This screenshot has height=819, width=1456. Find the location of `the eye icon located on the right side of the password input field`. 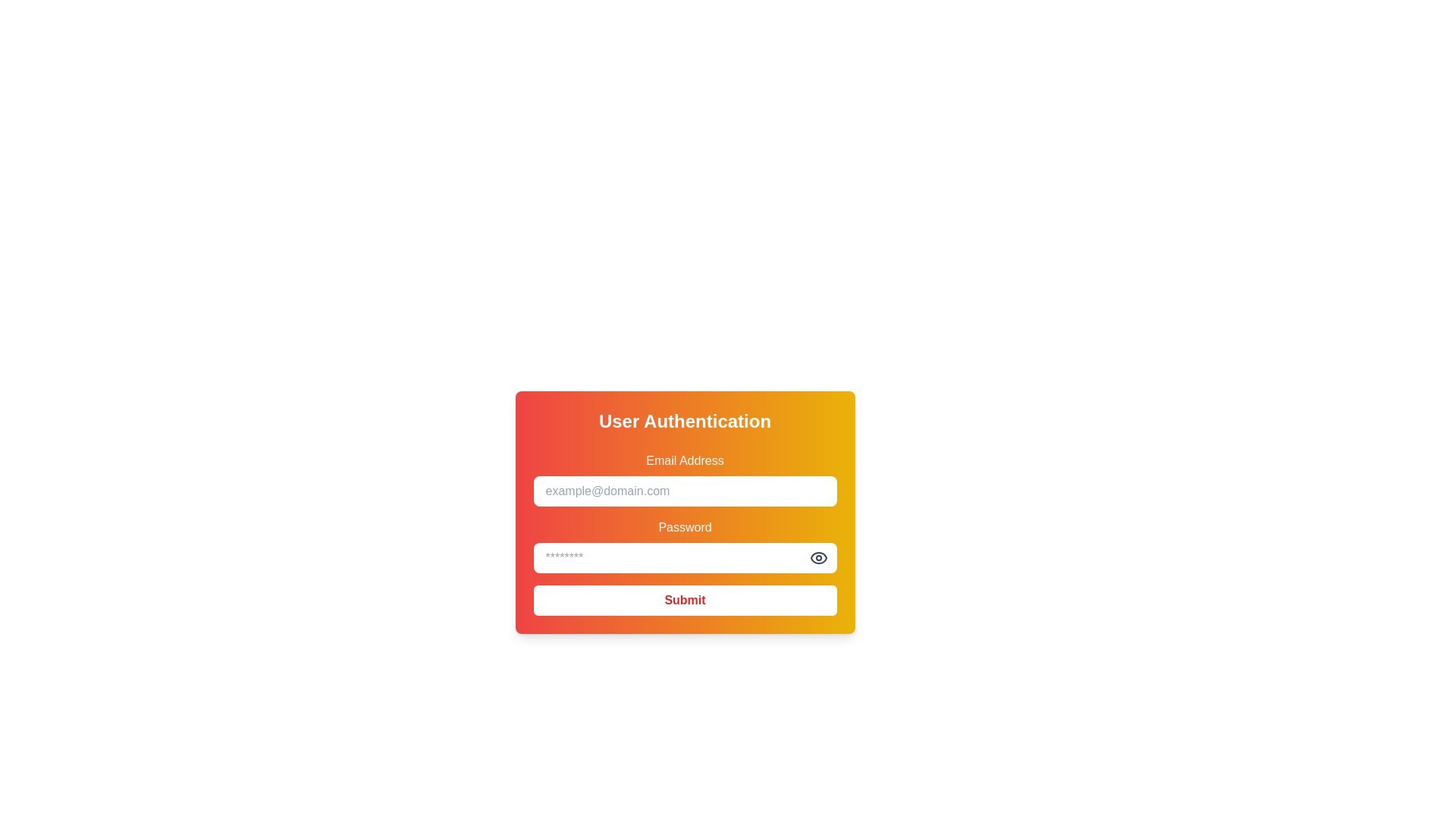

the eye icon located on the right side of the password input field is located at coordinates (817, 558).